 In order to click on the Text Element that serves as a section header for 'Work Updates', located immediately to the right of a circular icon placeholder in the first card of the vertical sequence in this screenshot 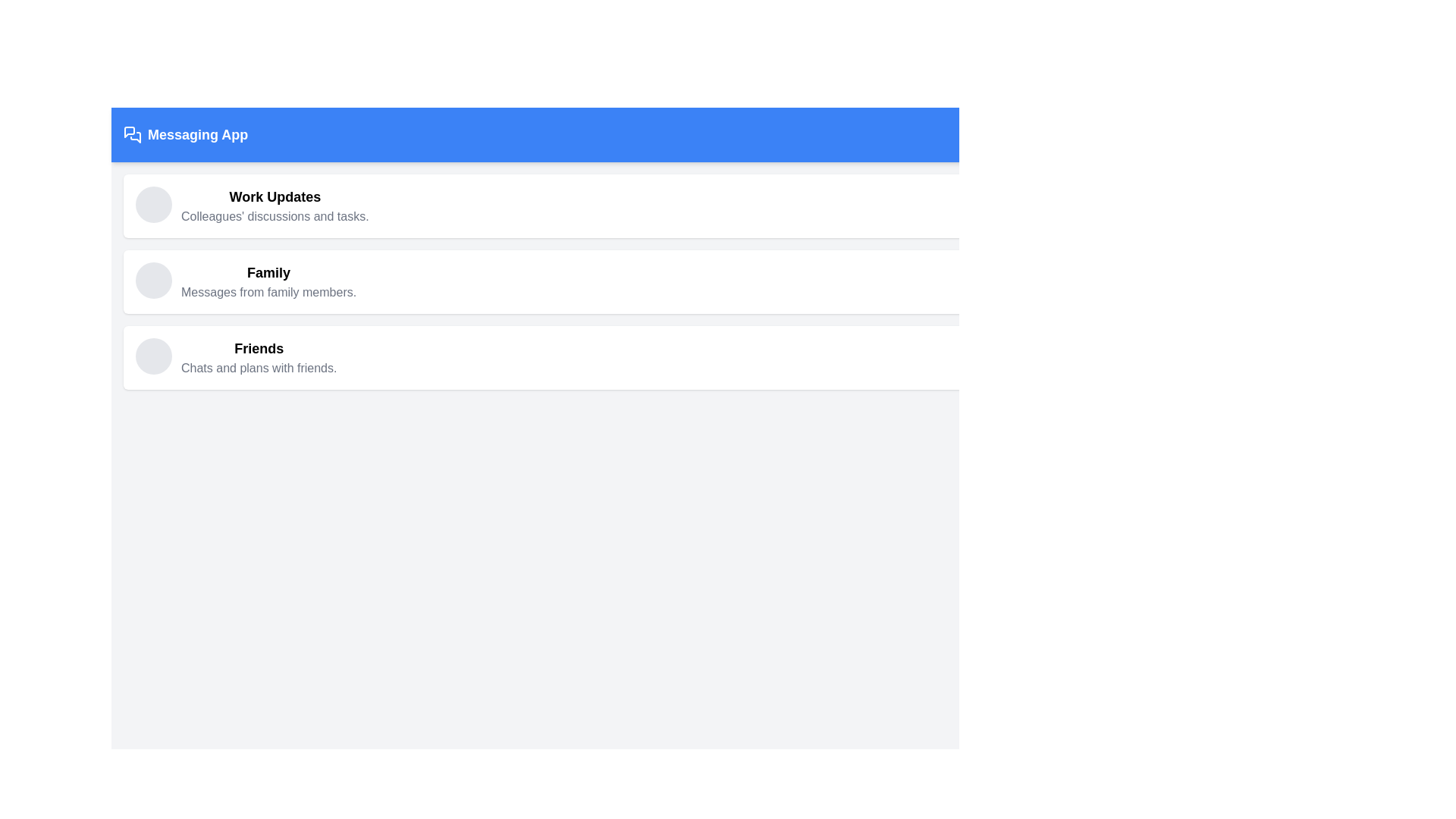, I will do `click(275, 206)`.